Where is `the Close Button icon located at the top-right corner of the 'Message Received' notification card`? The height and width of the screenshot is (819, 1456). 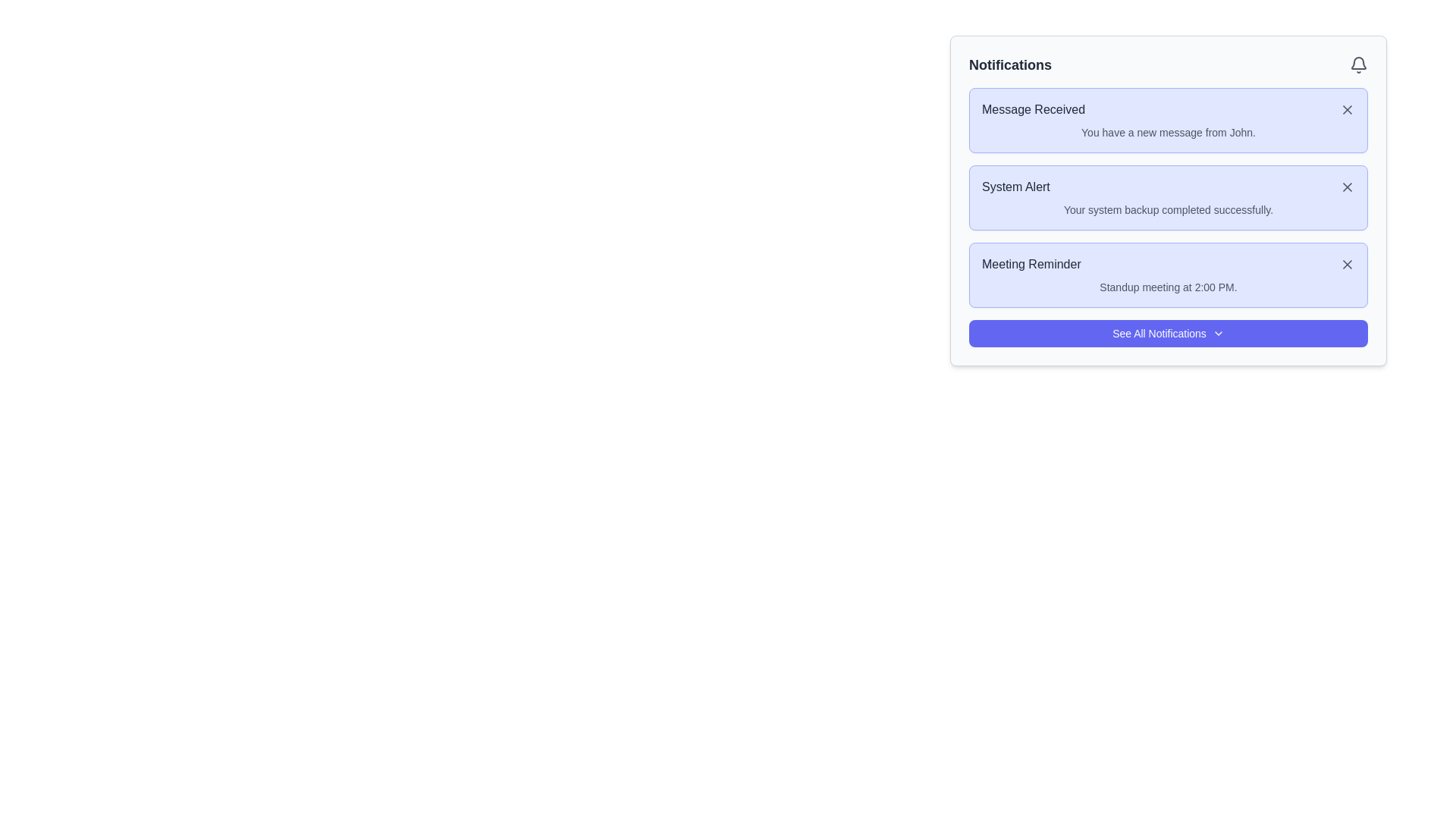 the Close Button icon located at the top-right corner of the 'Message Received' notification card is located at coordinates (1347, 109).